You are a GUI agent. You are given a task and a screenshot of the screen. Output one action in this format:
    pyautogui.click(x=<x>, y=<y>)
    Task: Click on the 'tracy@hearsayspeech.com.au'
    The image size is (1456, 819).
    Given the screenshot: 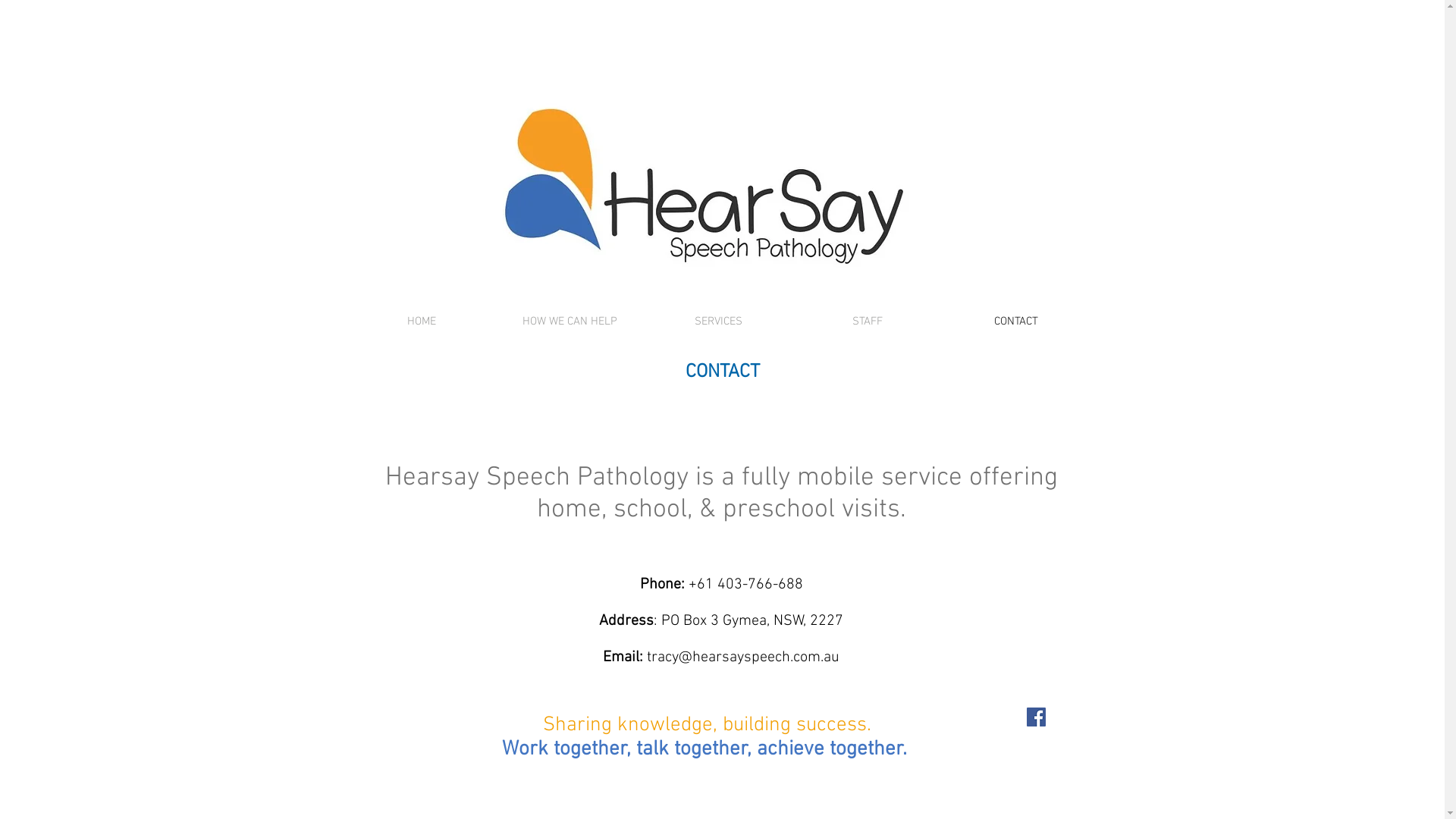 What is the action you would take?
    pyautogui.click(x=742, y=657)
    